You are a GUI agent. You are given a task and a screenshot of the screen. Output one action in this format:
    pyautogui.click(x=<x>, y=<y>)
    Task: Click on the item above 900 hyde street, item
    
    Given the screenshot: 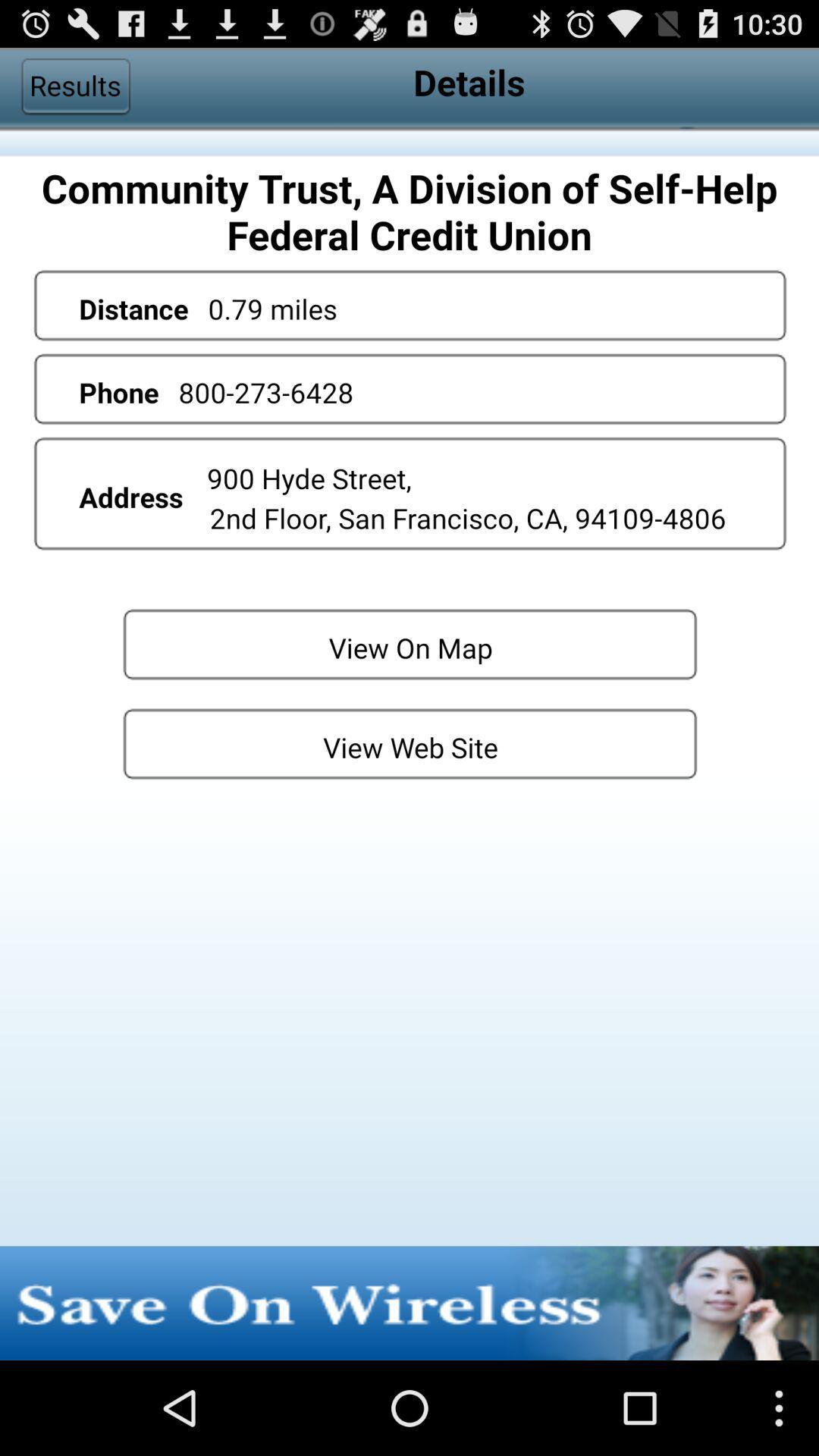 What is the action you would take?
    pyautogui.click(x=265, y=392)
    